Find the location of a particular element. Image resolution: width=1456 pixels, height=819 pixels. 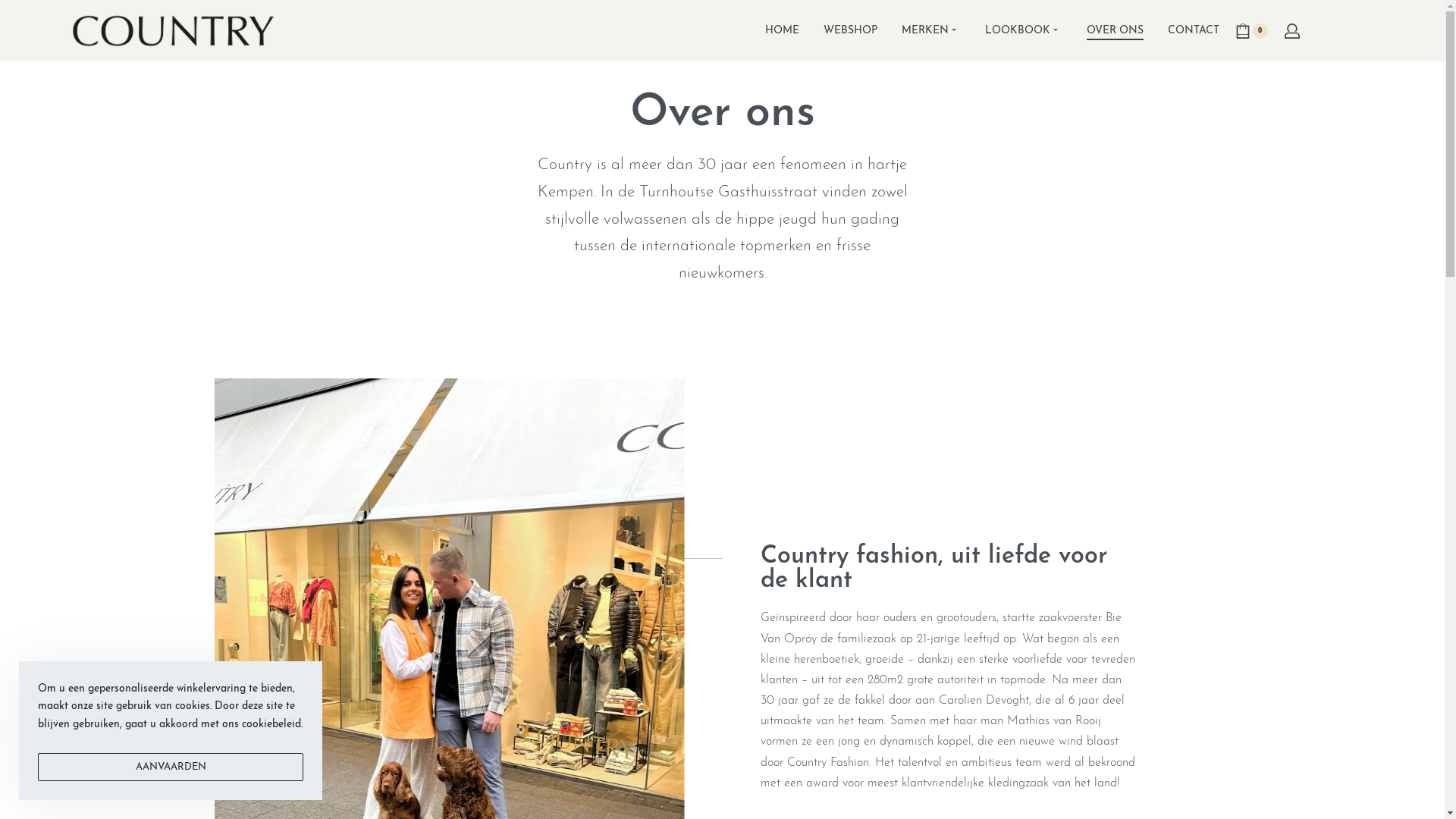

'MERKEN' is located at coordinates (930, 31).